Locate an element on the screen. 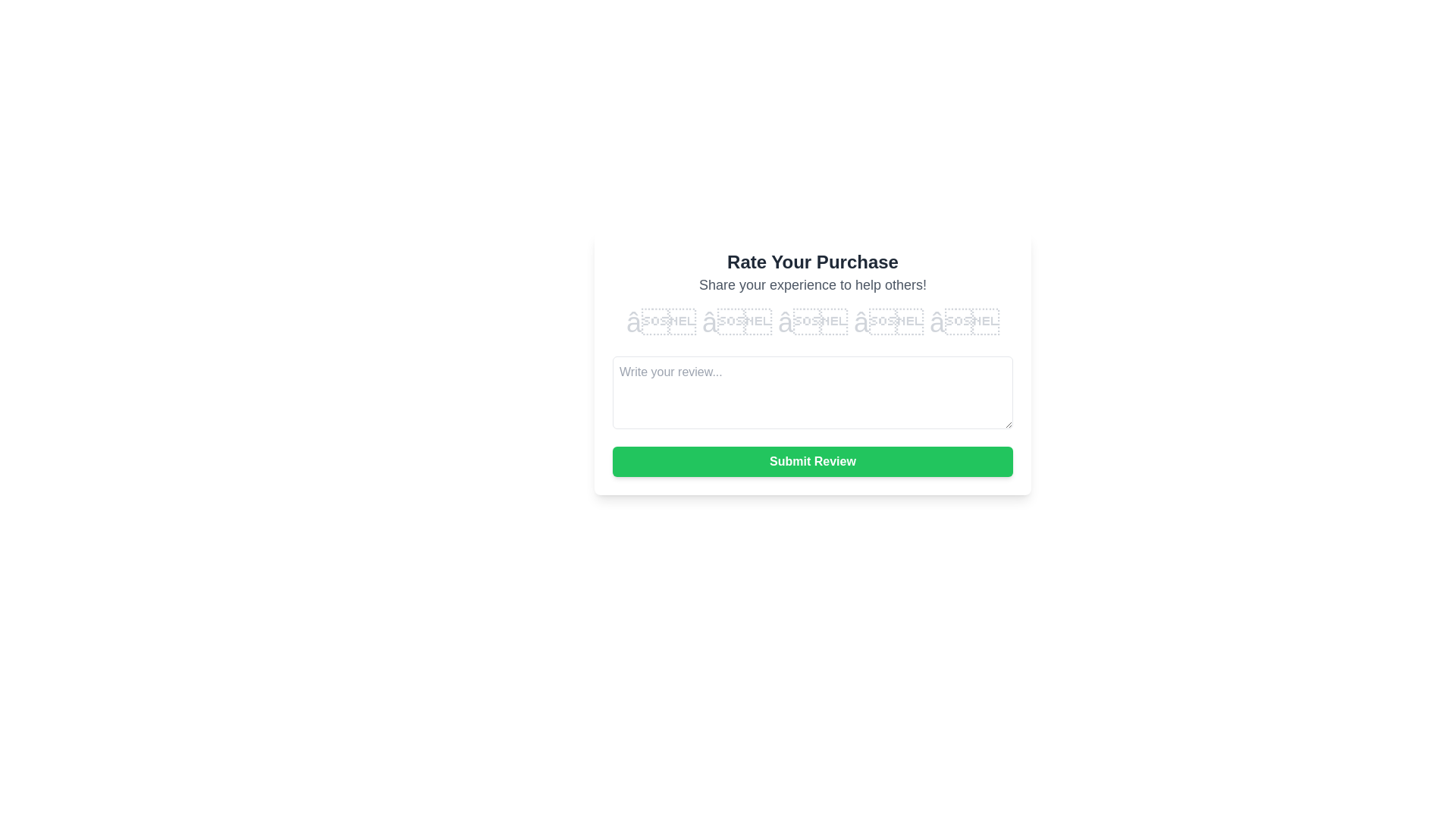  the rating to 4 stars by clicking on the corresponding star is located at coordinates (888, 322).